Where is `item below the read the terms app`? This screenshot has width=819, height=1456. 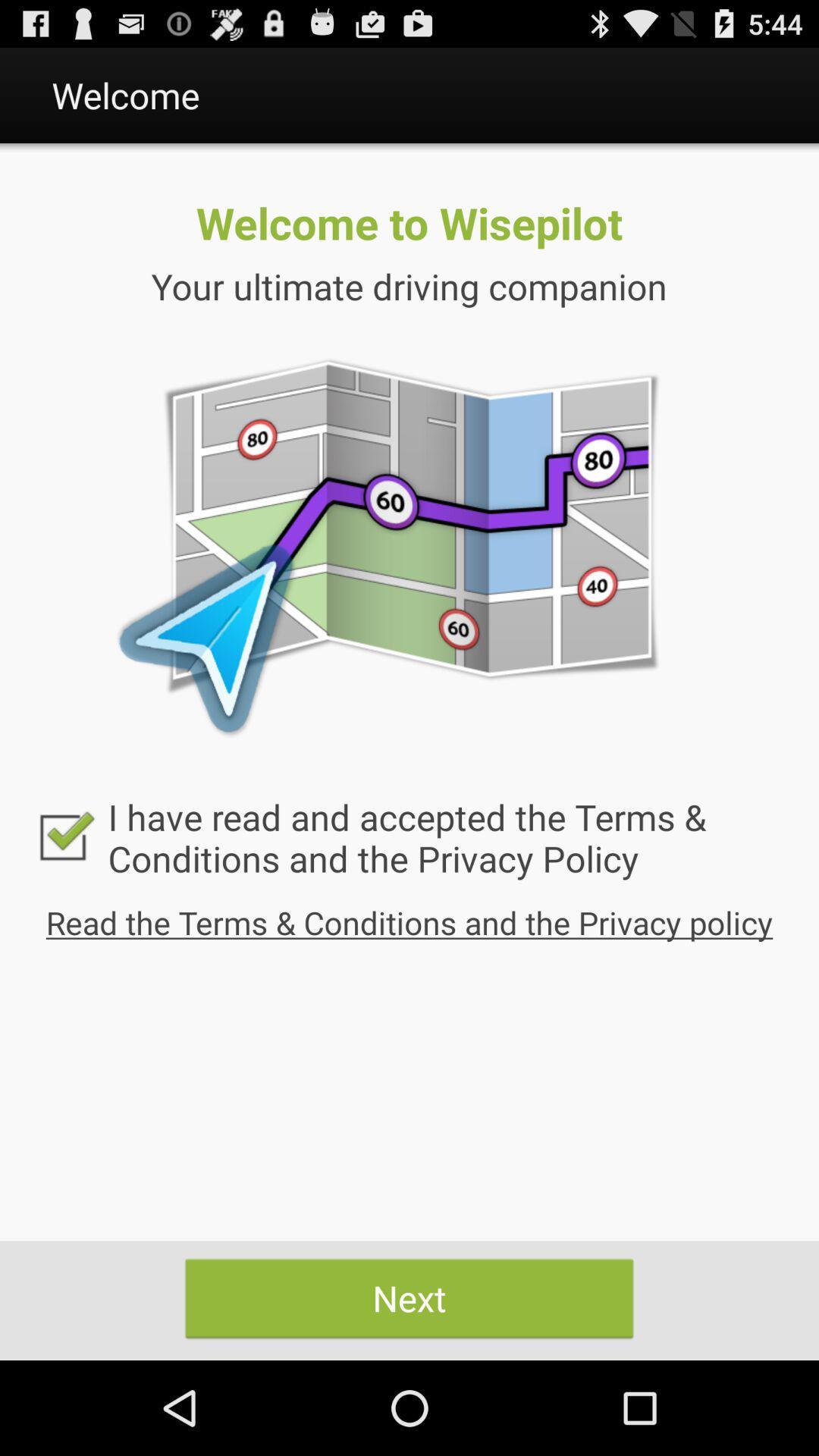
item below the read the terms app is located at coordinates (409, 1298).